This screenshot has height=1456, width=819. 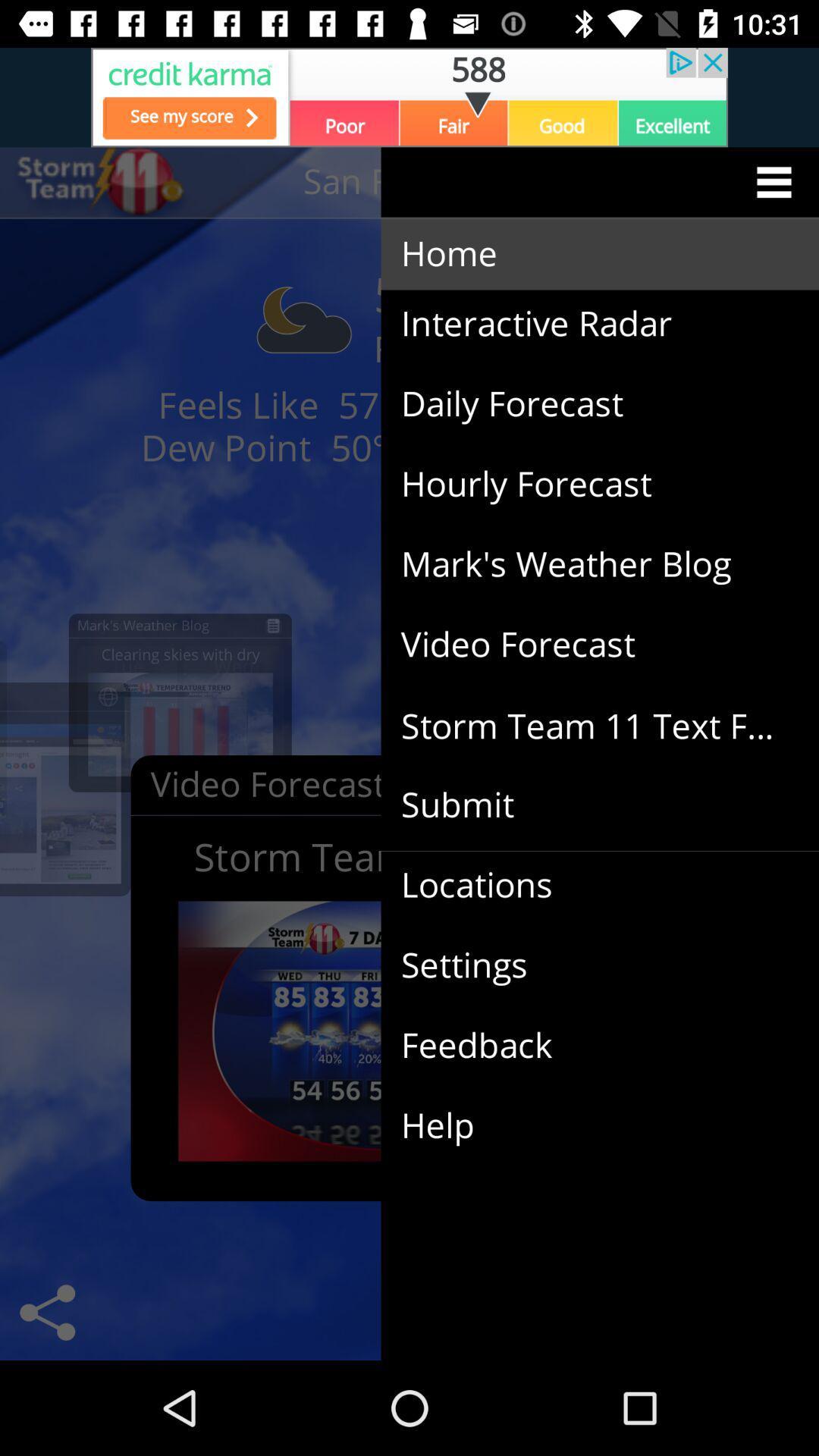 I want to click on the share icon, so click(x=46, y=1312).